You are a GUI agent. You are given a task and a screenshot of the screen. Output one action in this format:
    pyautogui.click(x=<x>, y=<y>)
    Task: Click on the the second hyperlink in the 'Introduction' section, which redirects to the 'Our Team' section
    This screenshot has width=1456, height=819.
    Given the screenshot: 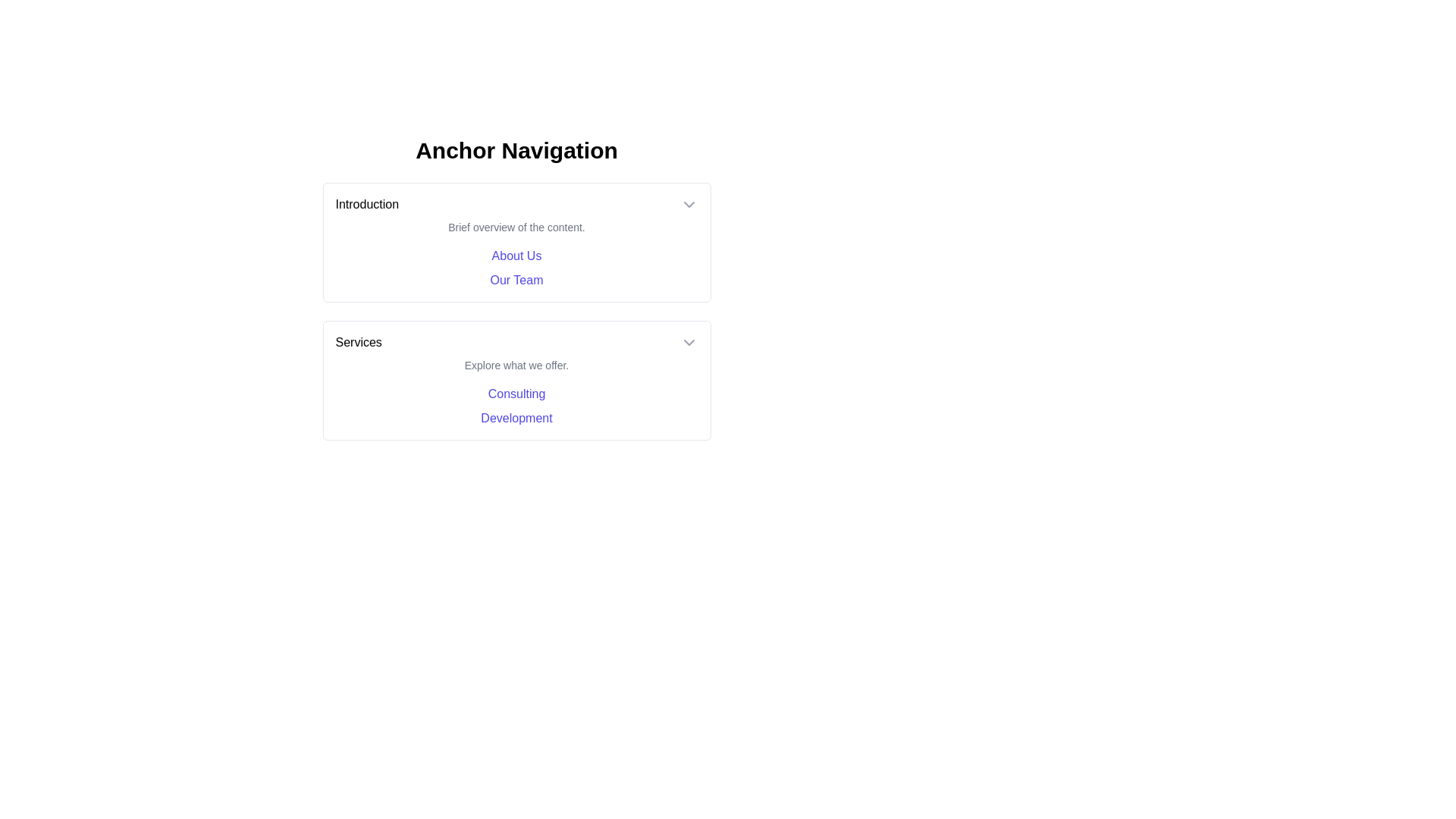 What is the action you would take?
    pyautogui.click(x=516, y=281)
    